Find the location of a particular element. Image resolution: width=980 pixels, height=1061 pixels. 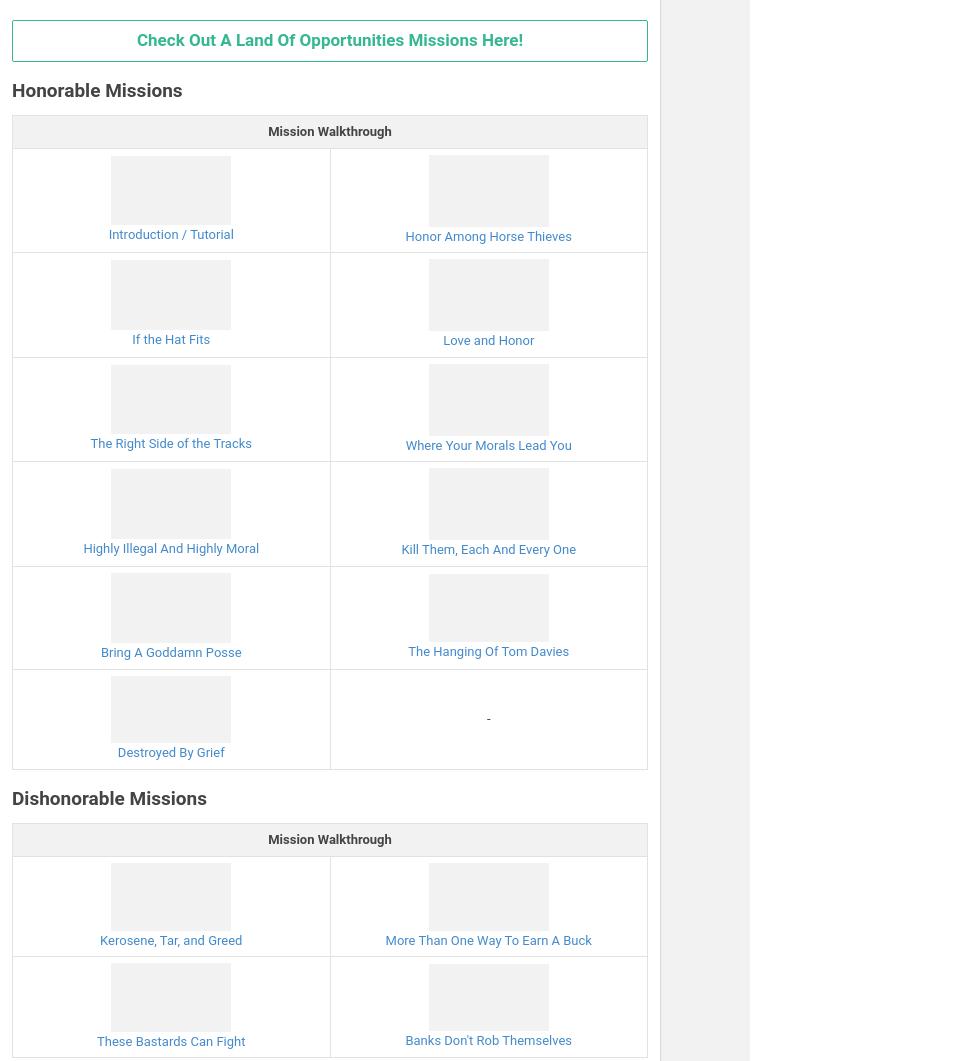

'Dishonorable Missions' is located at coordinates (108, 797).